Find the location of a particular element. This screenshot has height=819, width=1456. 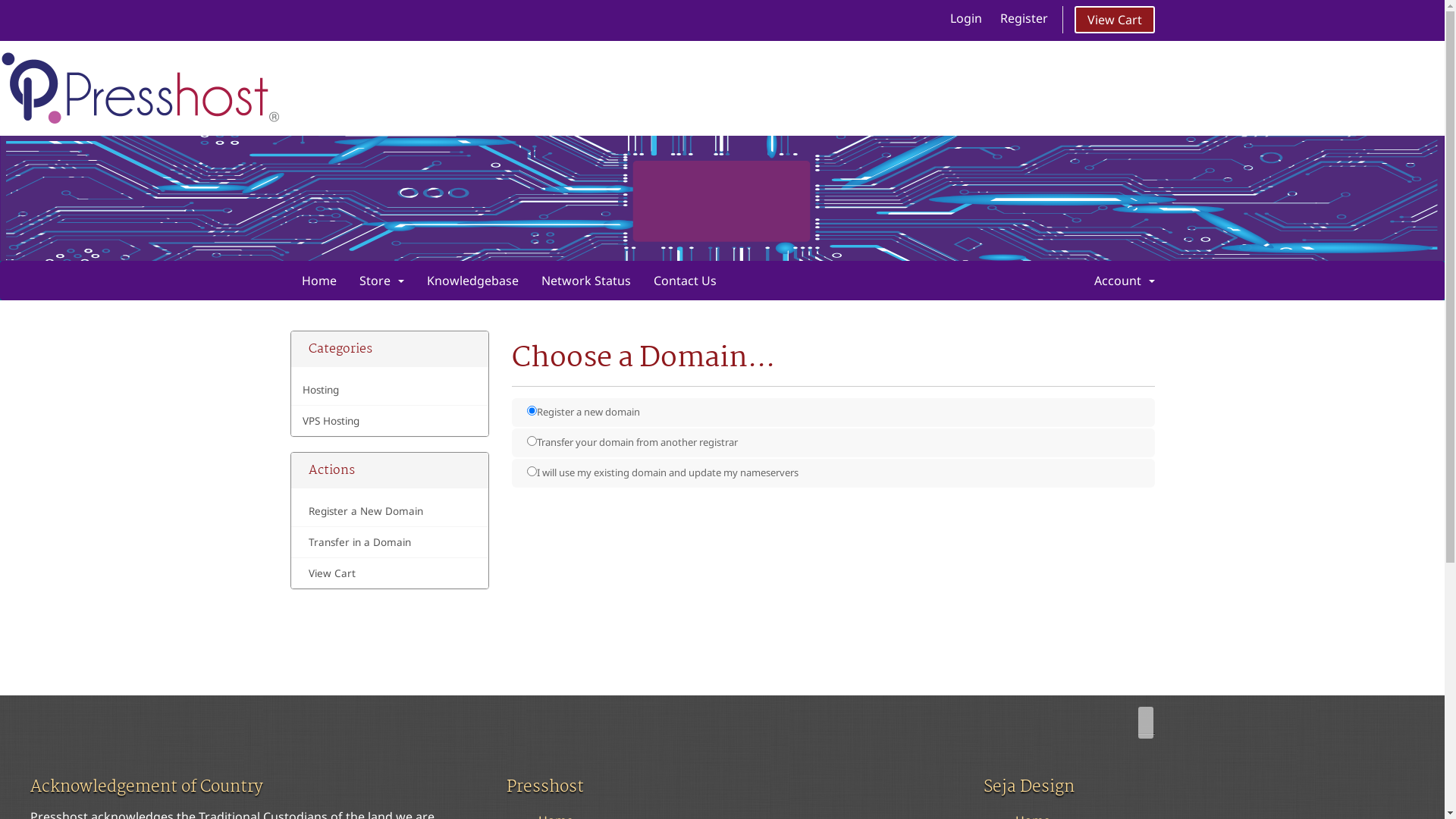

'Account  ' is located at coordinates (1125, 281).